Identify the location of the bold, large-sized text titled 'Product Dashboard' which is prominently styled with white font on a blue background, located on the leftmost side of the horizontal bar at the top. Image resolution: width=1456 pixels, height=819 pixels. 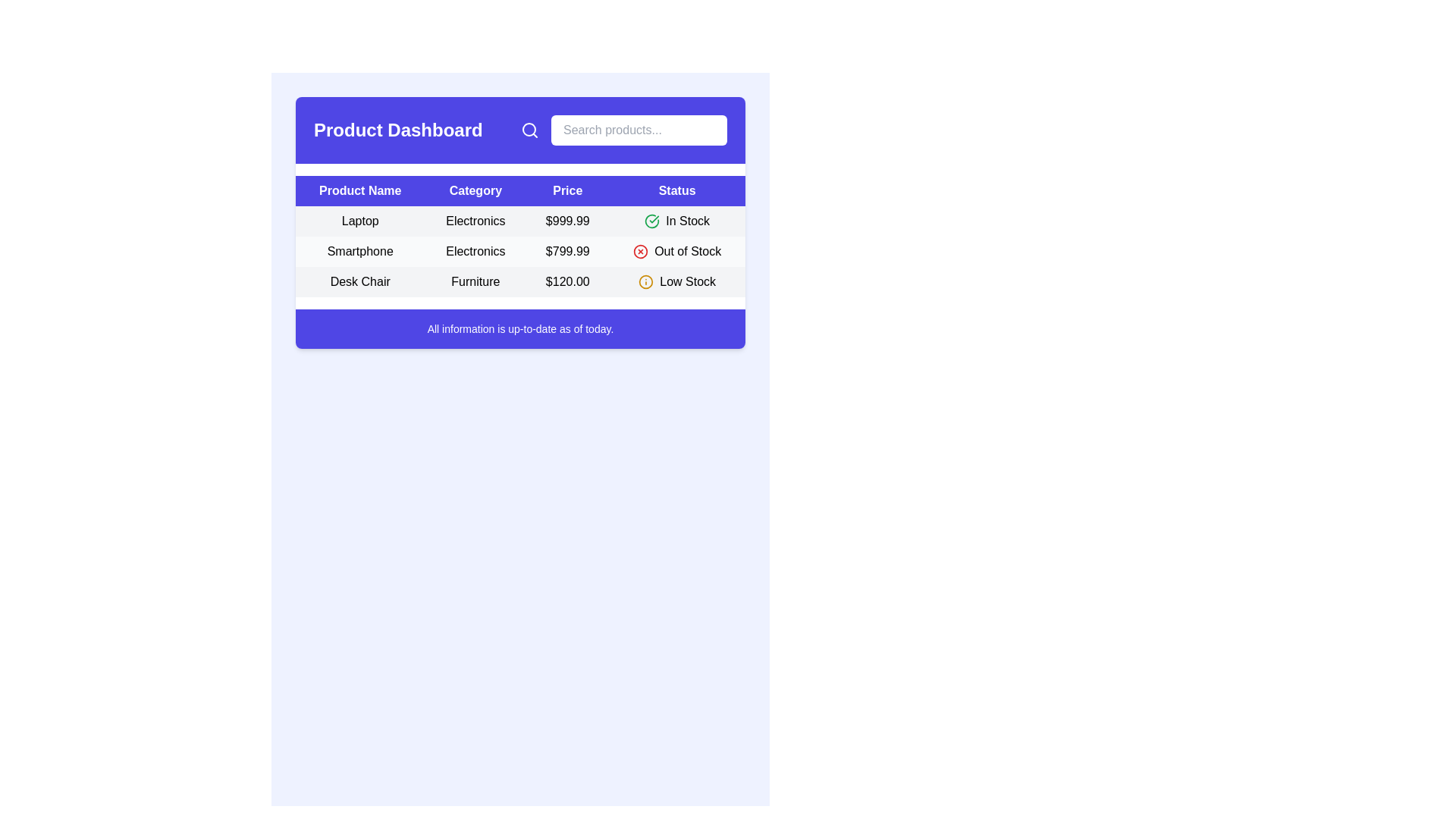
(398, 130).